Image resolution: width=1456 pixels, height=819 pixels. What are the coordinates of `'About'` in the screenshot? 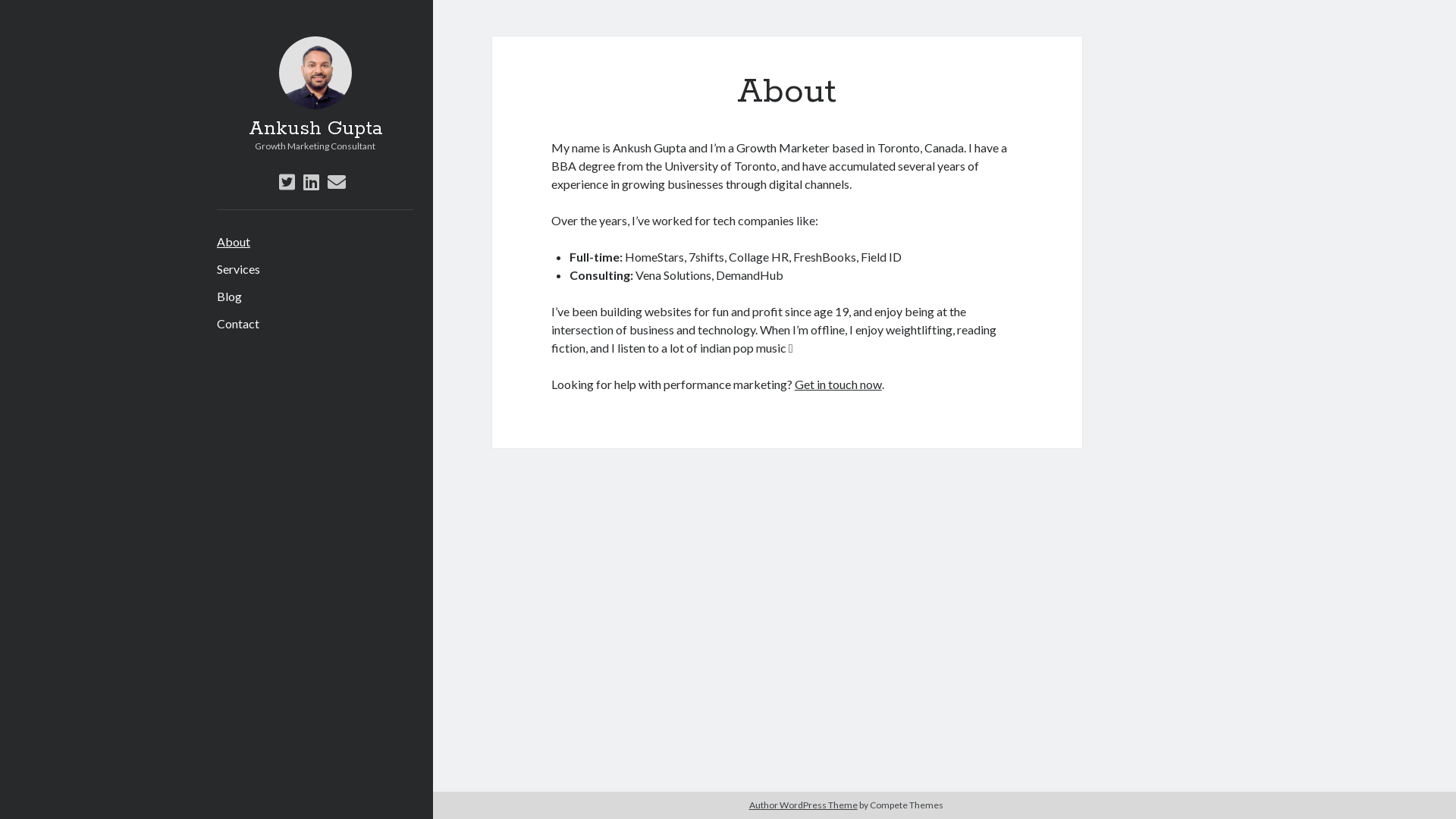 It's located at (232, 241).